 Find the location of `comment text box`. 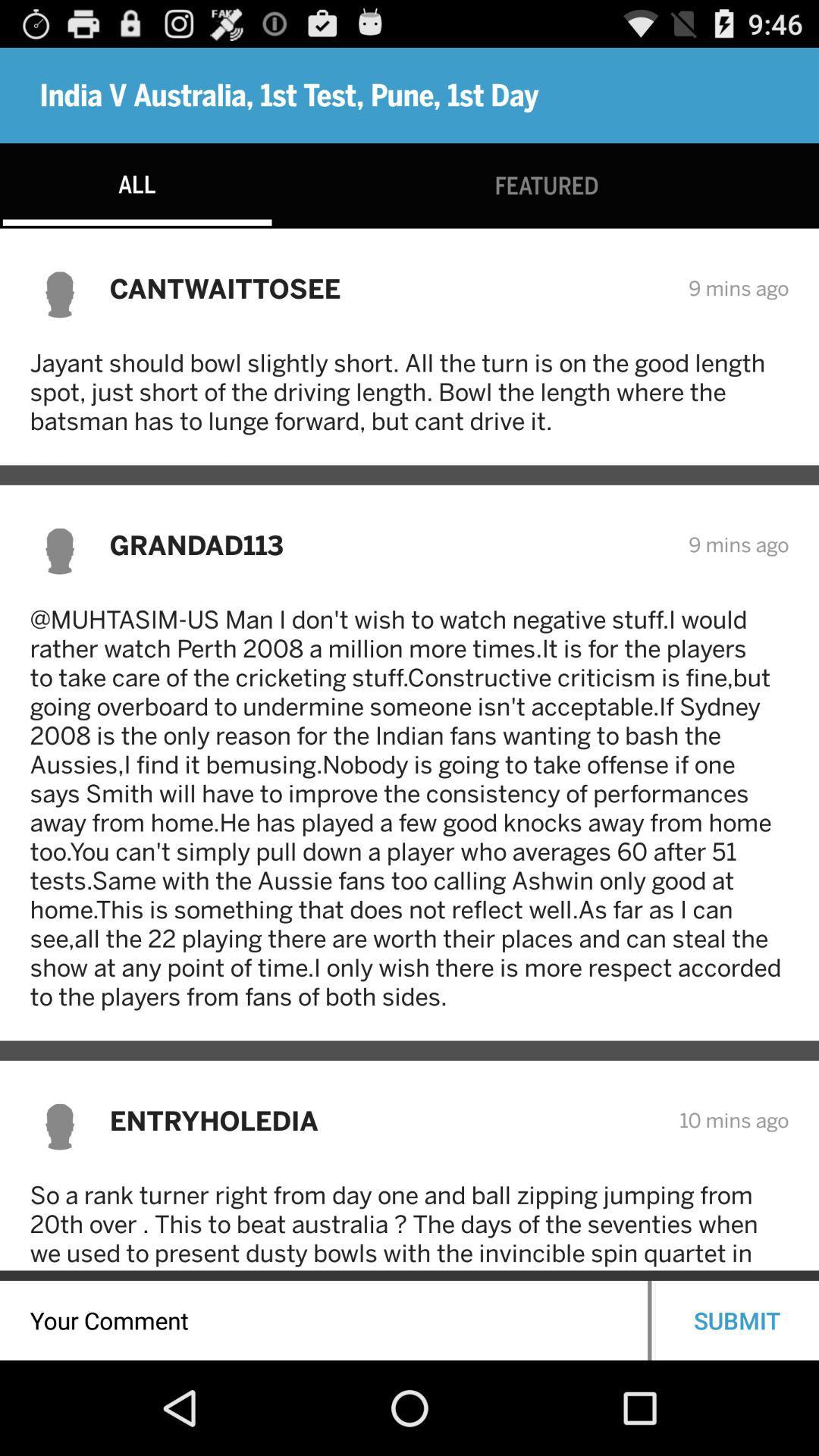

comment text box is located at coordinates (323, 1319).